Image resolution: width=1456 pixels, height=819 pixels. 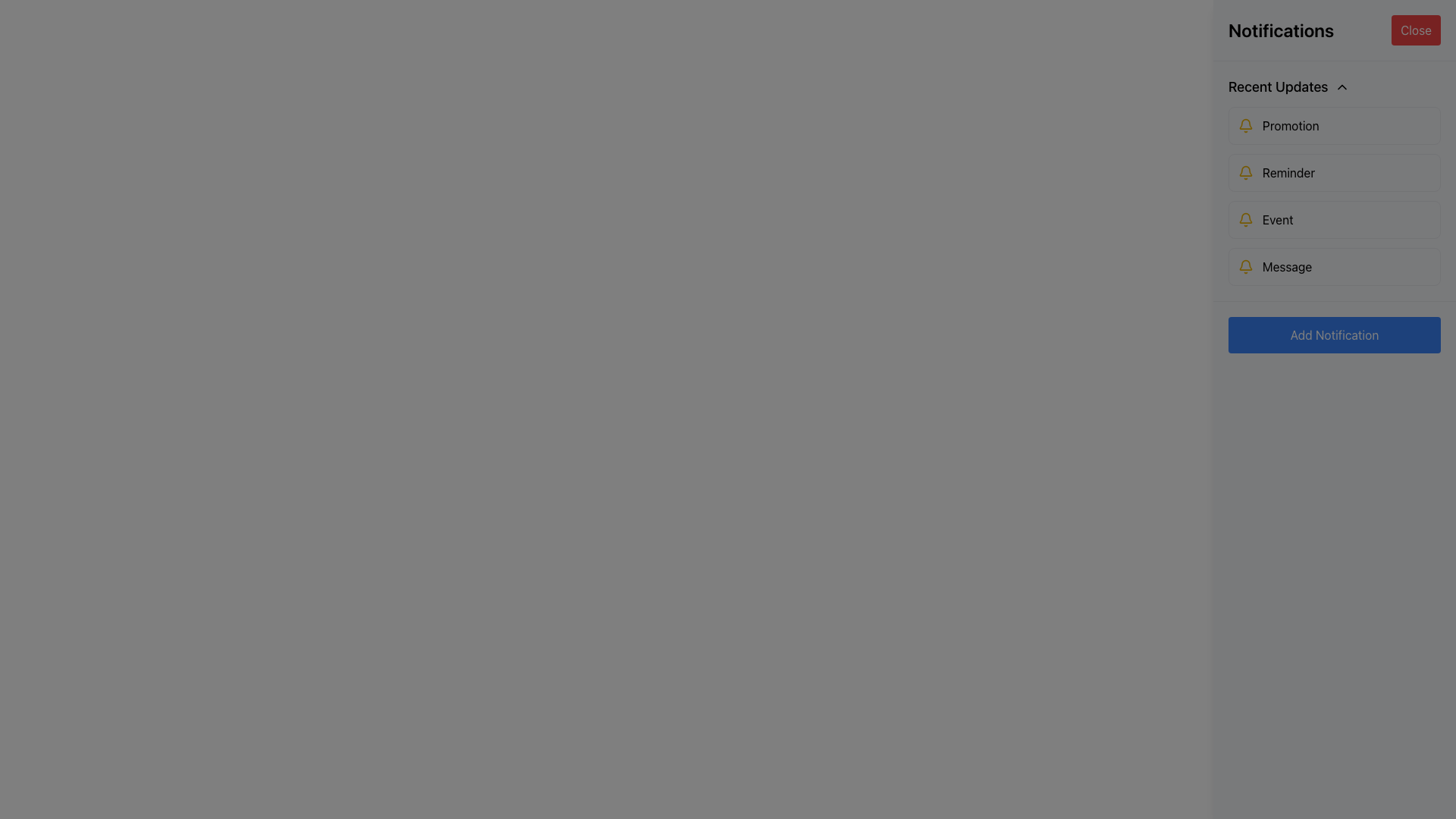 What do you see at coordinates (1335, 219) in the screenshot?
I see `the notification item labeled 'Event' in the notifications panel` at bounding box center [1335, 219].